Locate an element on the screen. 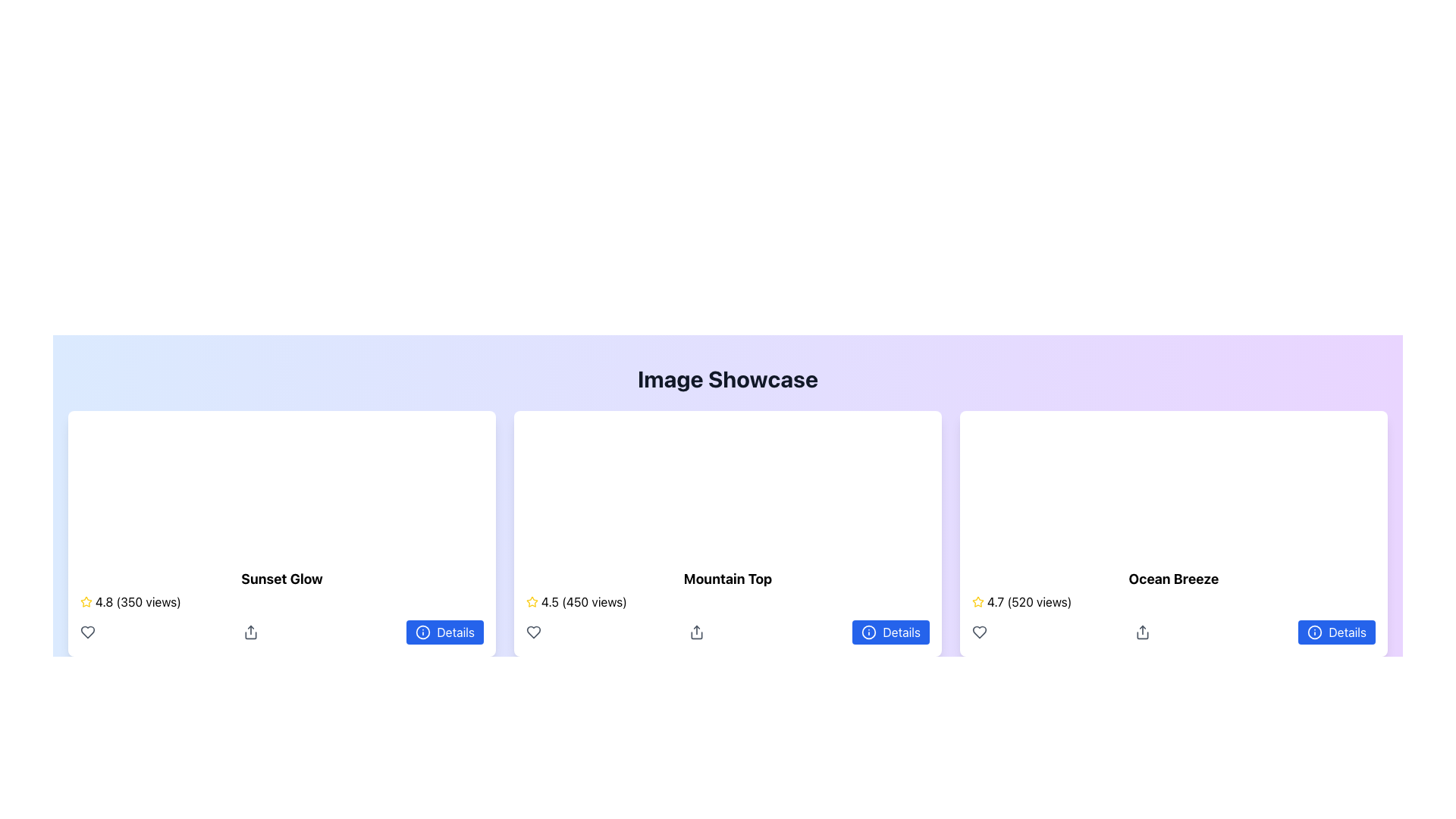 The width and height of the screenshot is (1456, 819). the circular icon within the SVG element that serves as the background of the info icon, located inside the blue button labeled 'Details' in the bottom-right corner of the 'Mountain Top' card is located at coordinates (869, 632).